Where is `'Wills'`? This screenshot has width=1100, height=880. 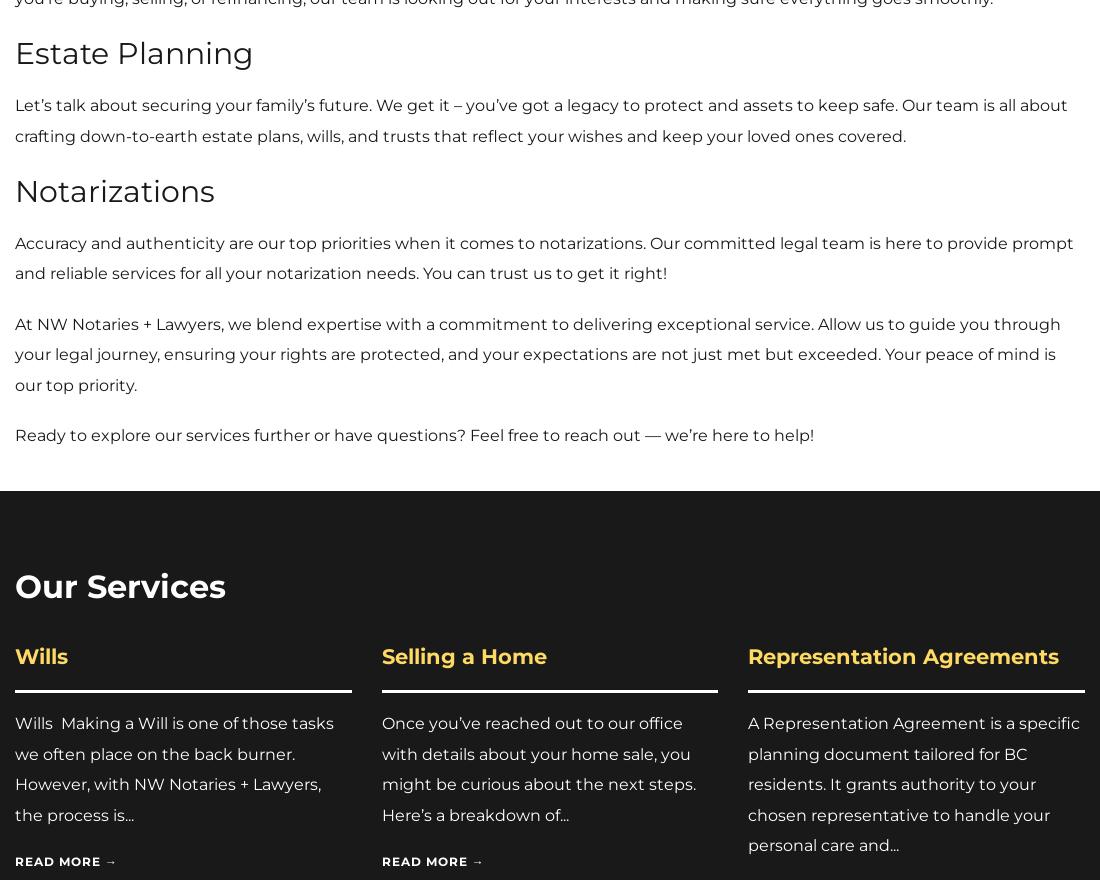
'Wills' is located at coordinates (40, 656).